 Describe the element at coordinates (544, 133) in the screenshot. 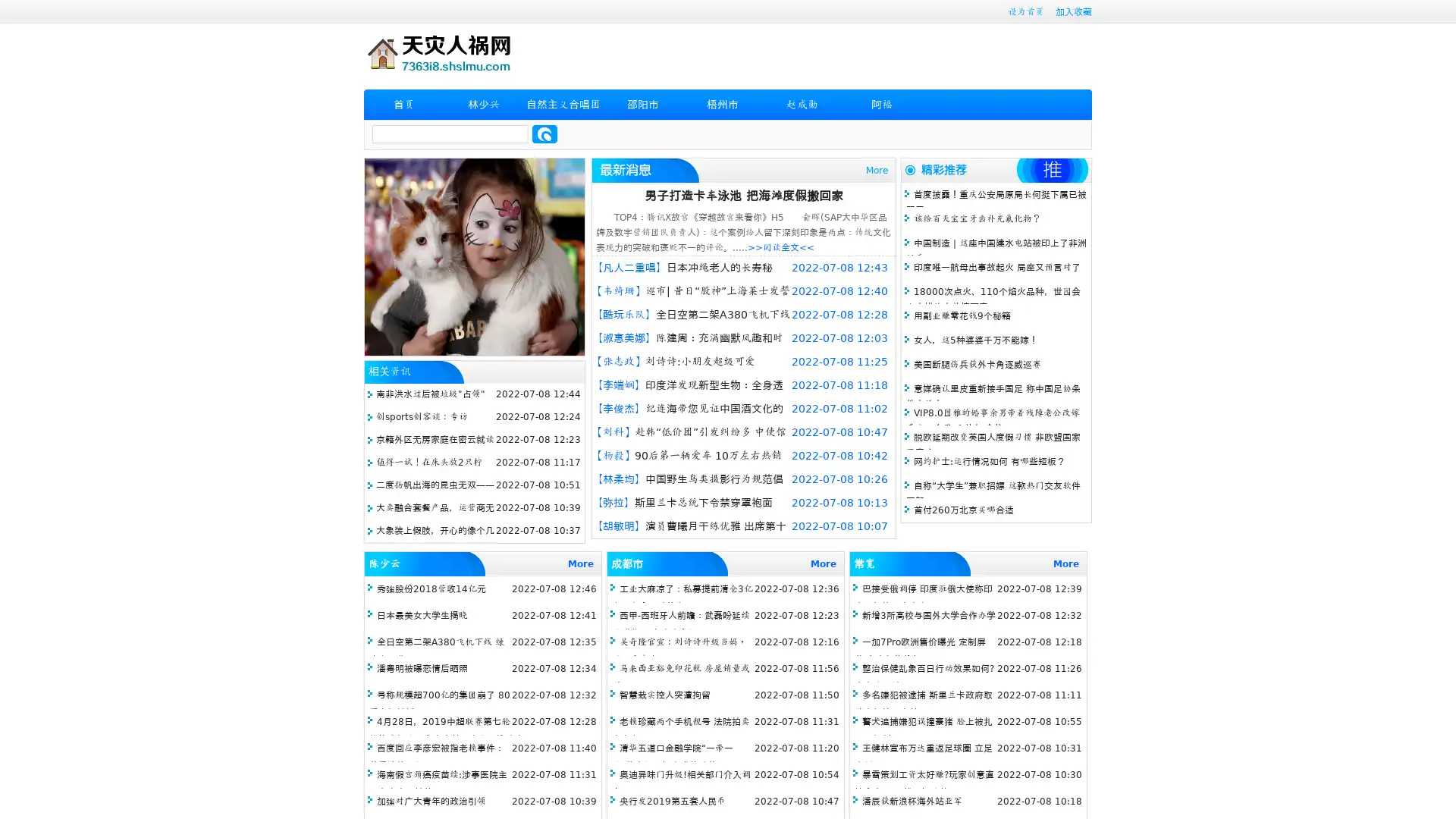

I see `Search` at that location.